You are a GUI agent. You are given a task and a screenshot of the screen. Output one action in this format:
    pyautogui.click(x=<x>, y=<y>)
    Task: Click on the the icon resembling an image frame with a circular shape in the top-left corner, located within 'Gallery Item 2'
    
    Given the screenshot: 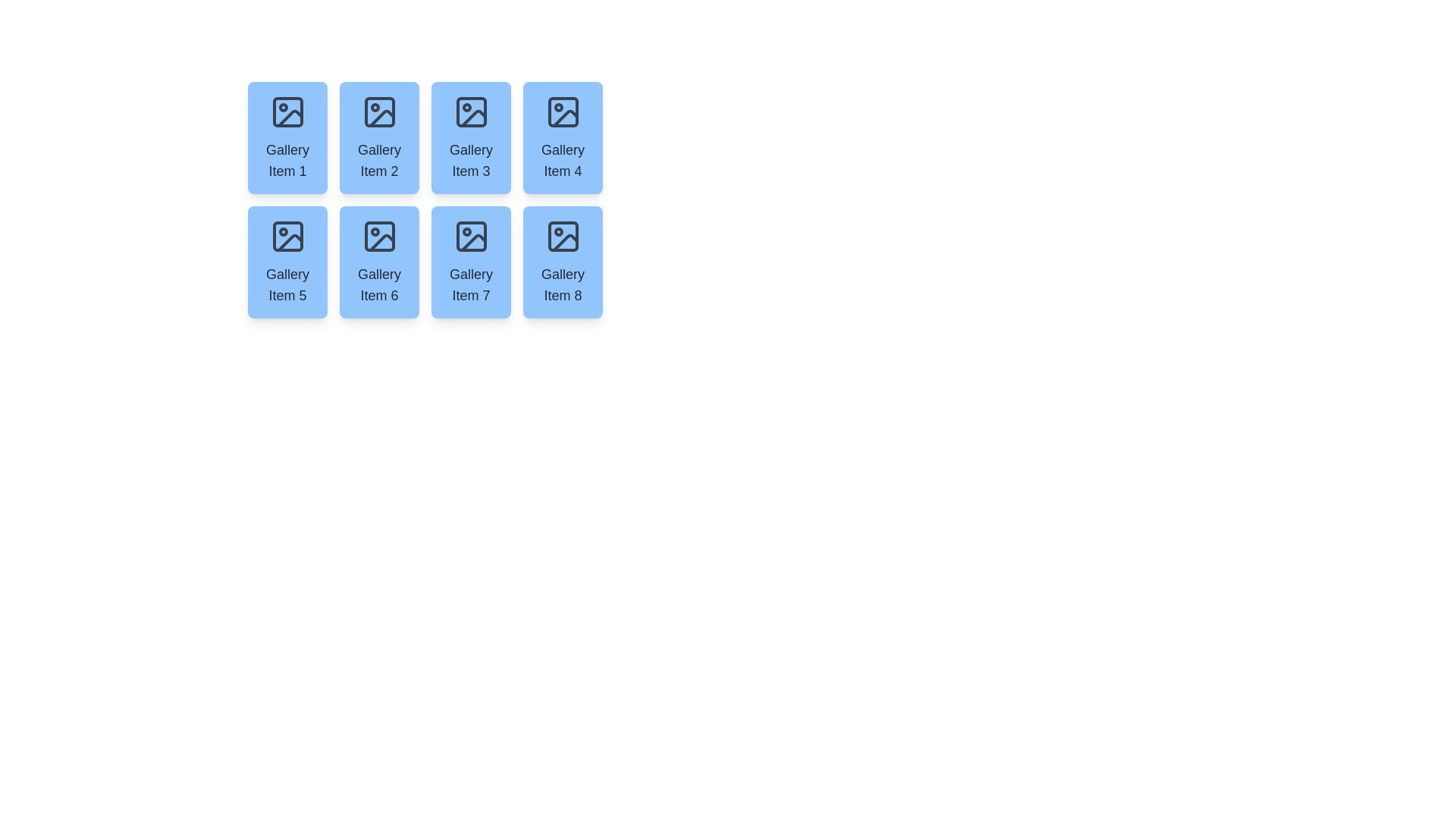 What is the action you would take?
    pyautogui.click(x=379, y=111)
    